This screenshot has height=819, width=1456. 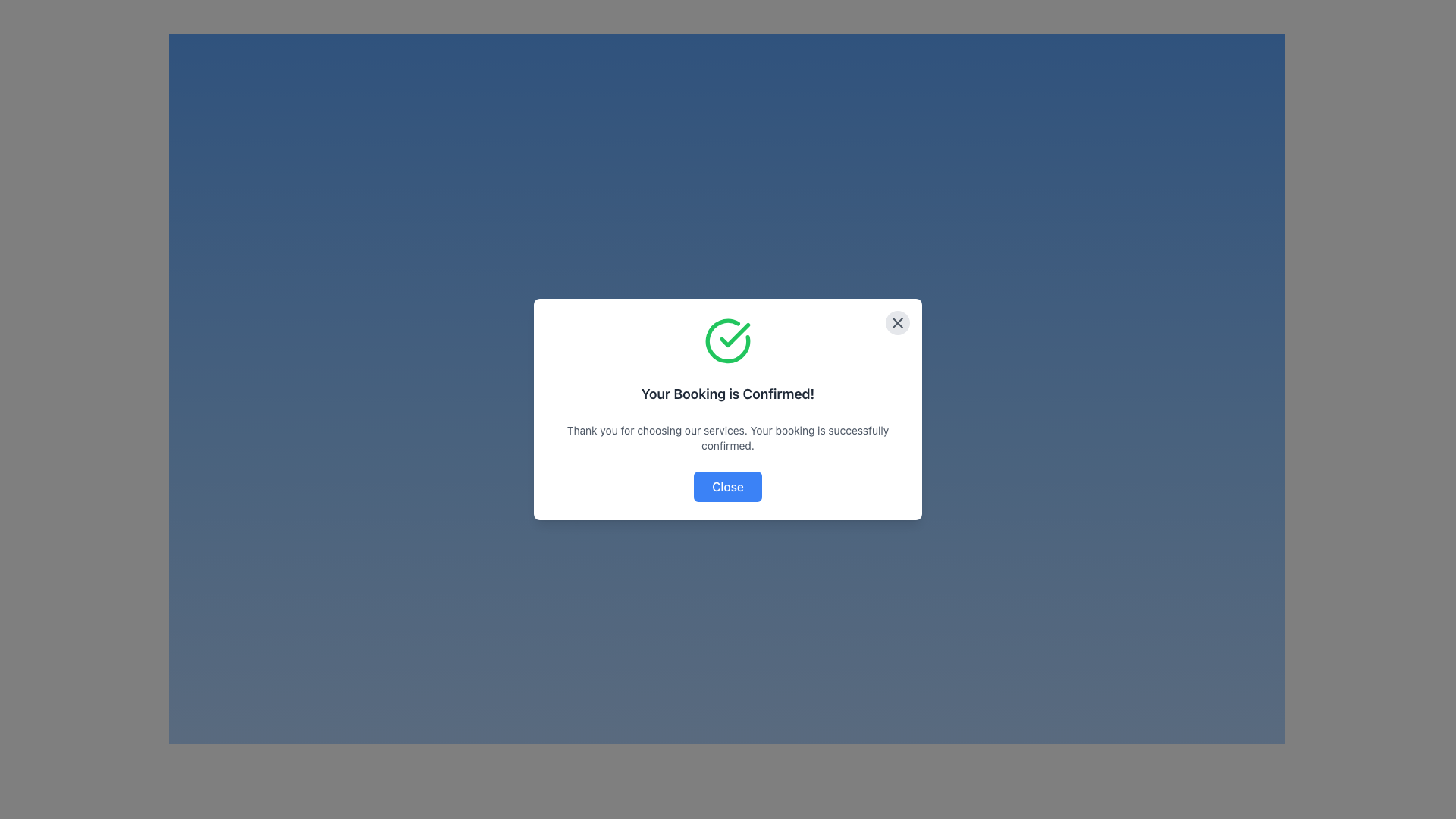 What do you see at coordinates (728, 486) in the screenshot?
I see `the close button located at the bottom-center of the modal dialog` at bounding box center [728, 486].